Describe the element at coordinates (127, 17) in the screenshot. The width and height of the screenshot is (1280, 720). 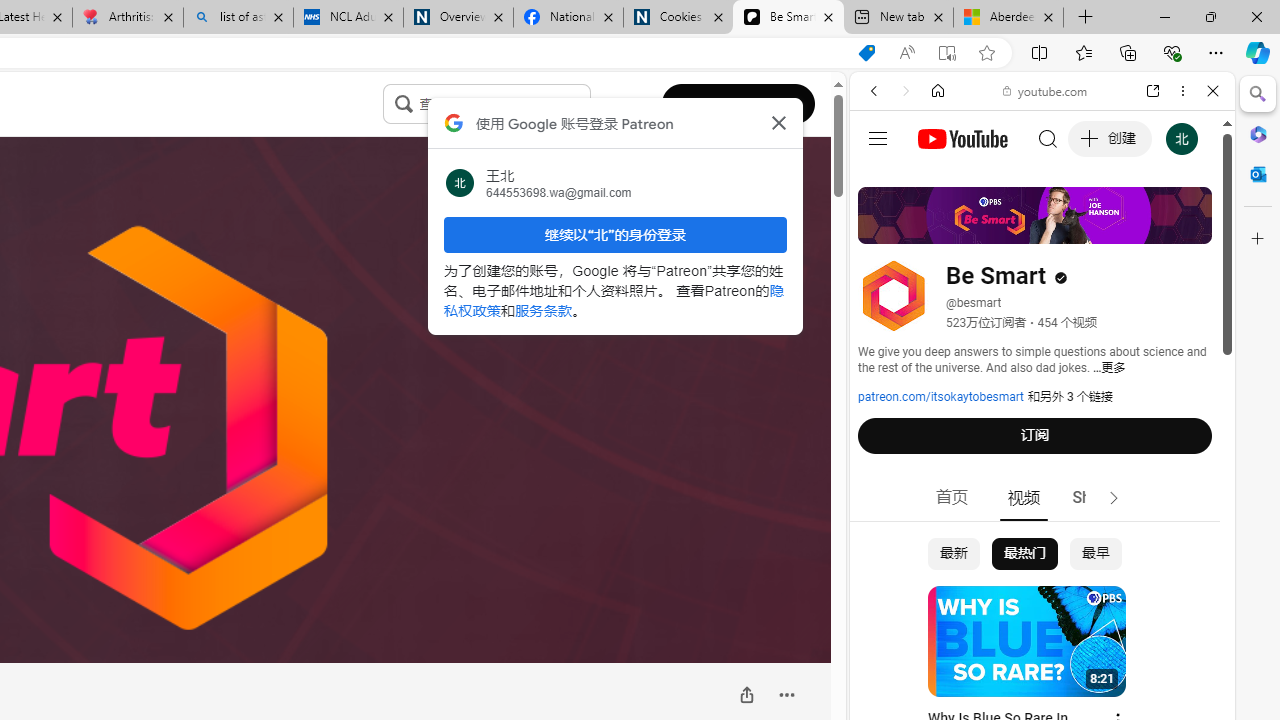
I see `'Arthritis: Ask Health Professionals'` at that location.